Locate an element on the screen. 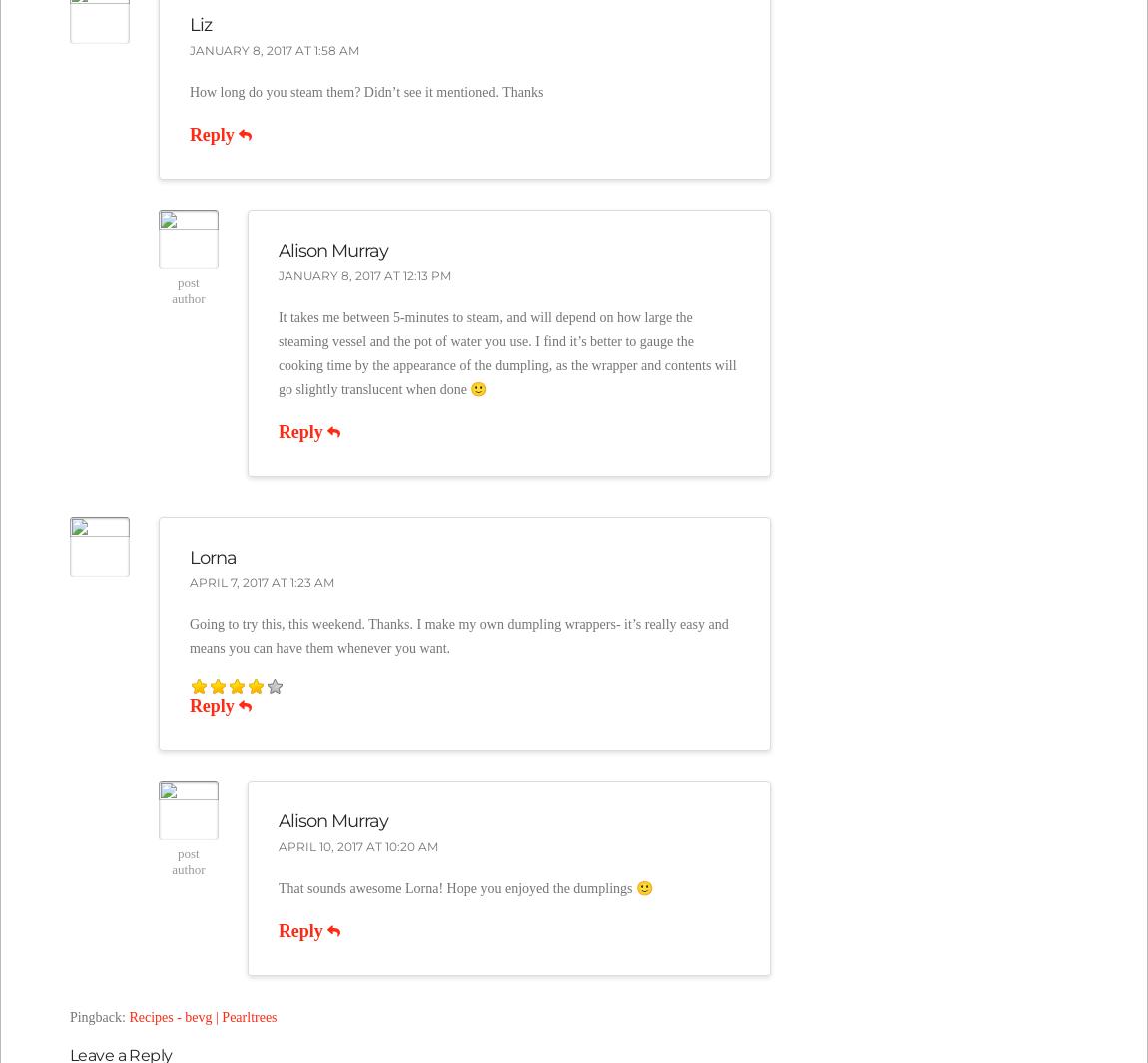 This screenshot has width=1148, height=1063. 'April 10, 2017 at 10:20 am' is located at coordinates (276, 846).